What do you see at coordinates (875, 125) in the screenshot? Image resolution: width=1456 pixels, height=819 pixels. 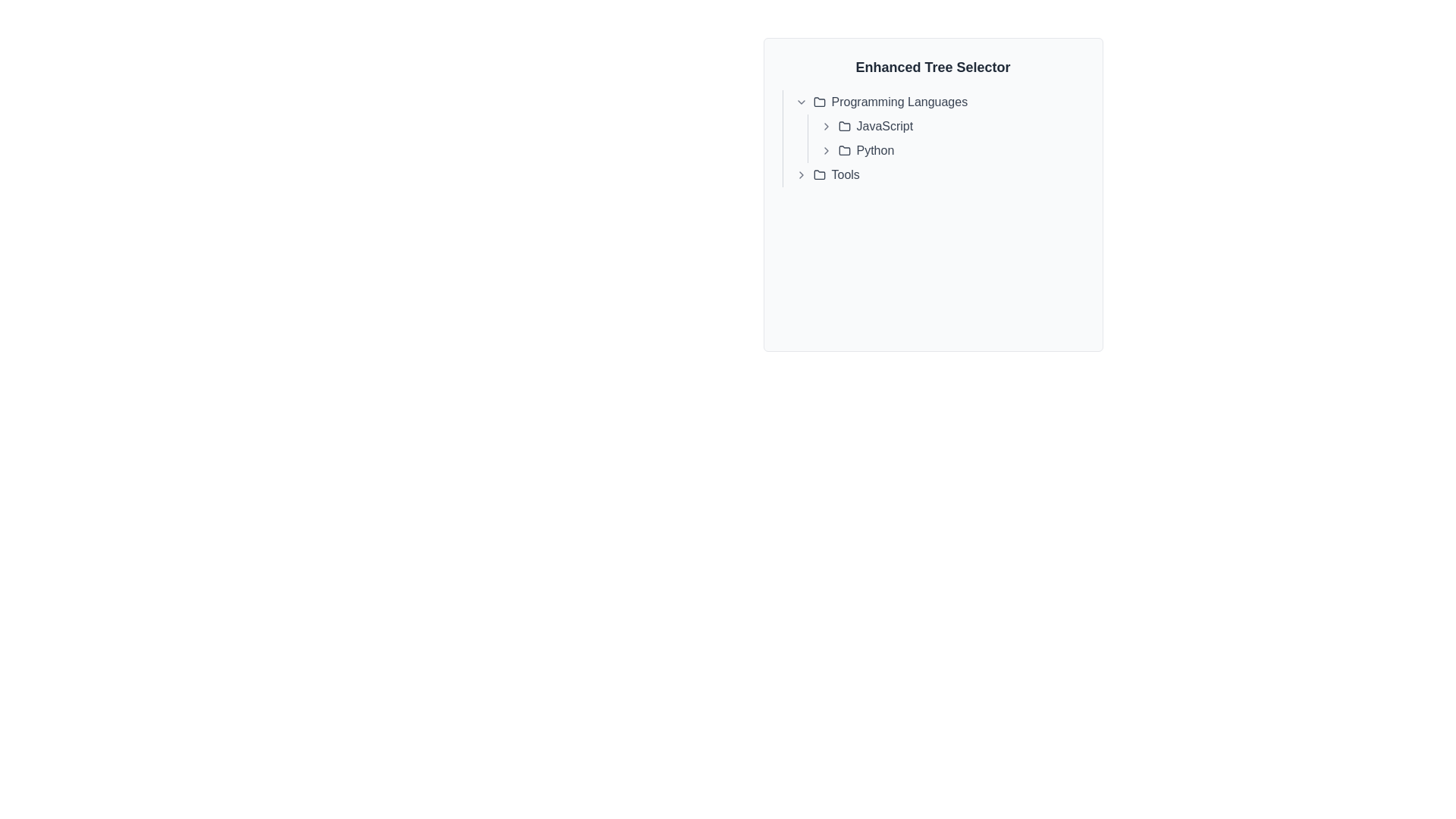 I see `the selectable item for 'JavaScript' in the tree view interface located under the 'Programming Languages' section` at bounding box center [875, 125].